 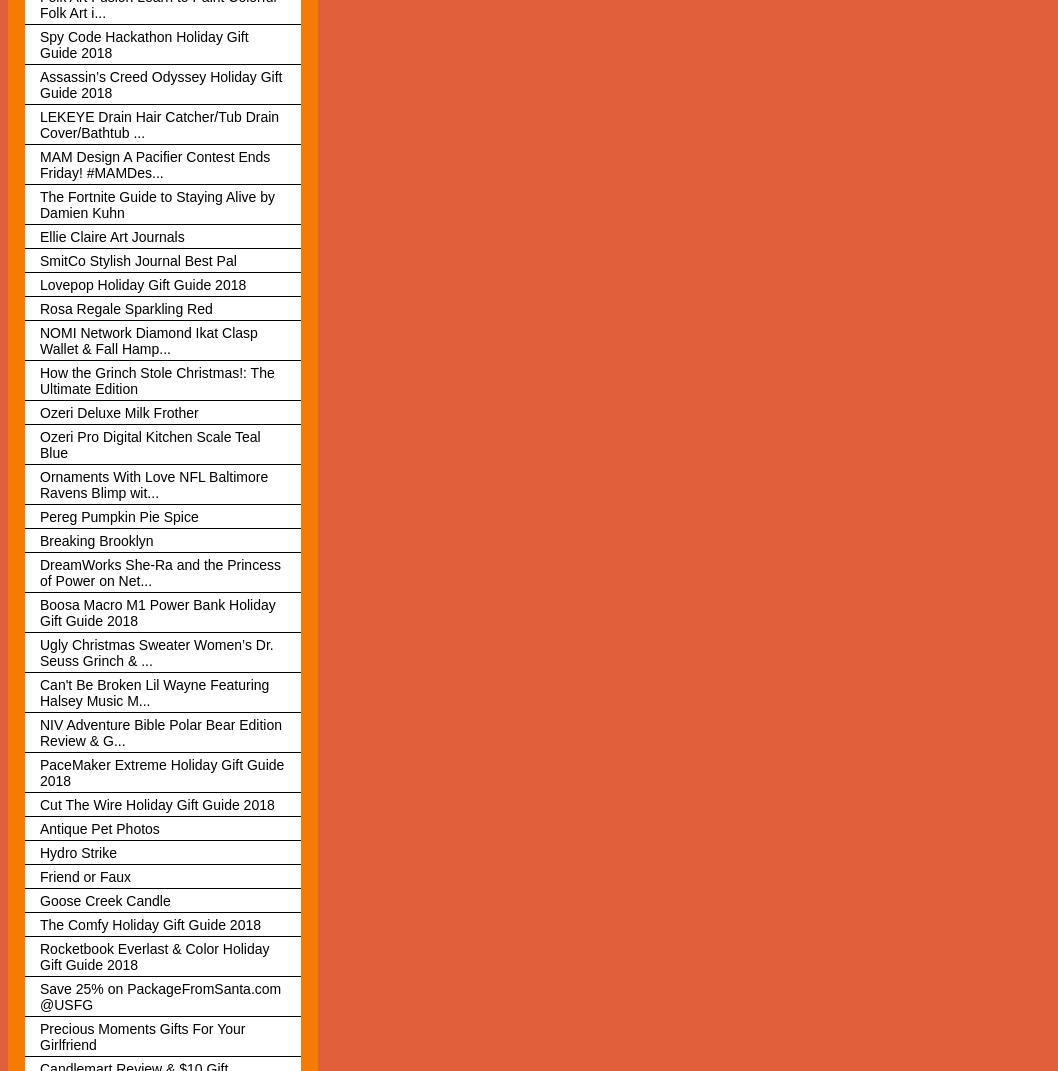 I want to click on 'Ozeri Pro Digital Kitchen Scale Teal Blue', so click(x=149, y=444).